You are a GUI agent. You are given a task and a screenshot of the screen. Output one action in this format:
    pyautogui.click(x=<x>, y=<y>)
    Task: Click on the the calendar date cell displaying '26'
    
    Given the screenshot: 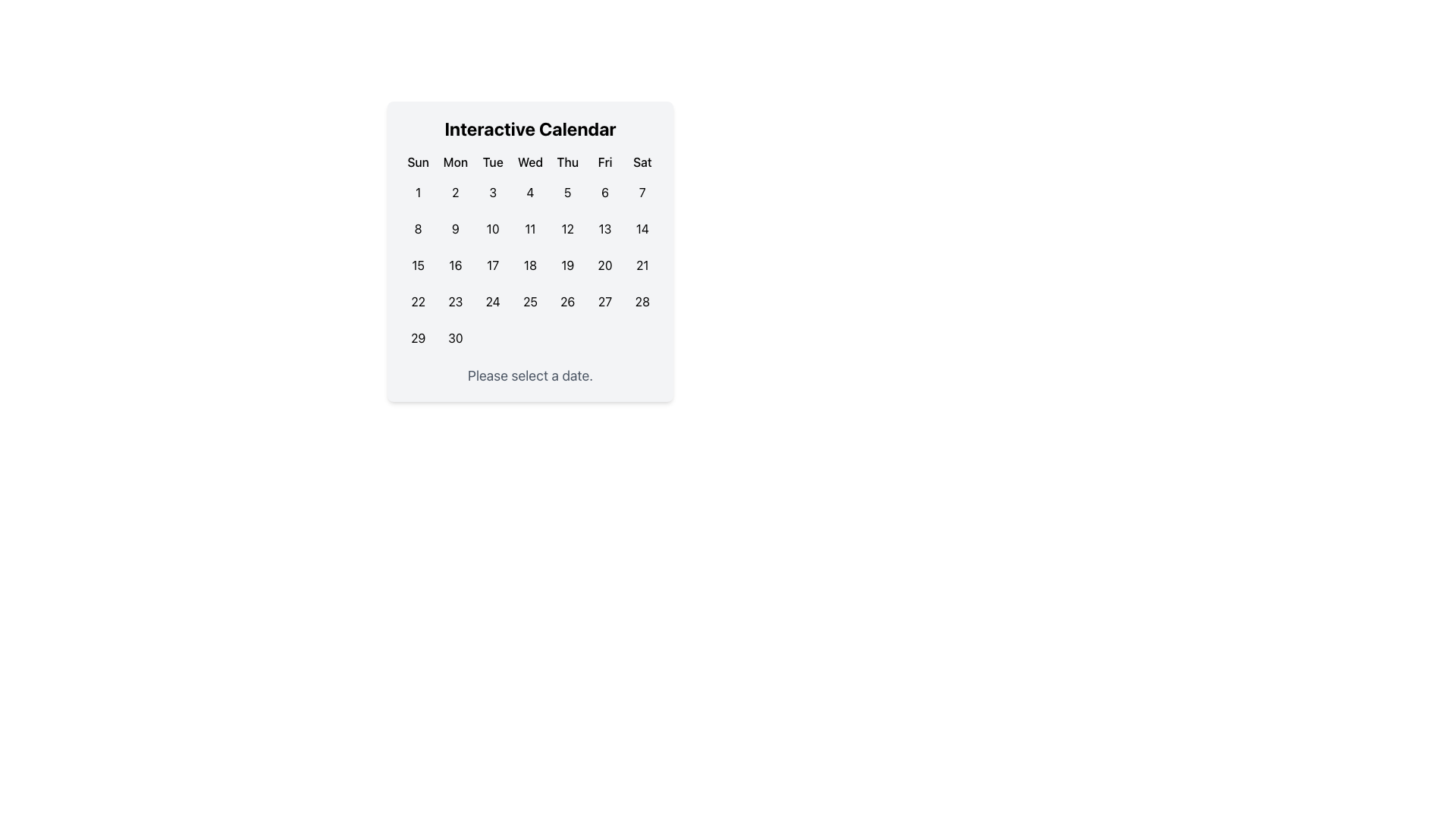 What is the action you would take?
    pyautogui.click(x=566, y=301)
    